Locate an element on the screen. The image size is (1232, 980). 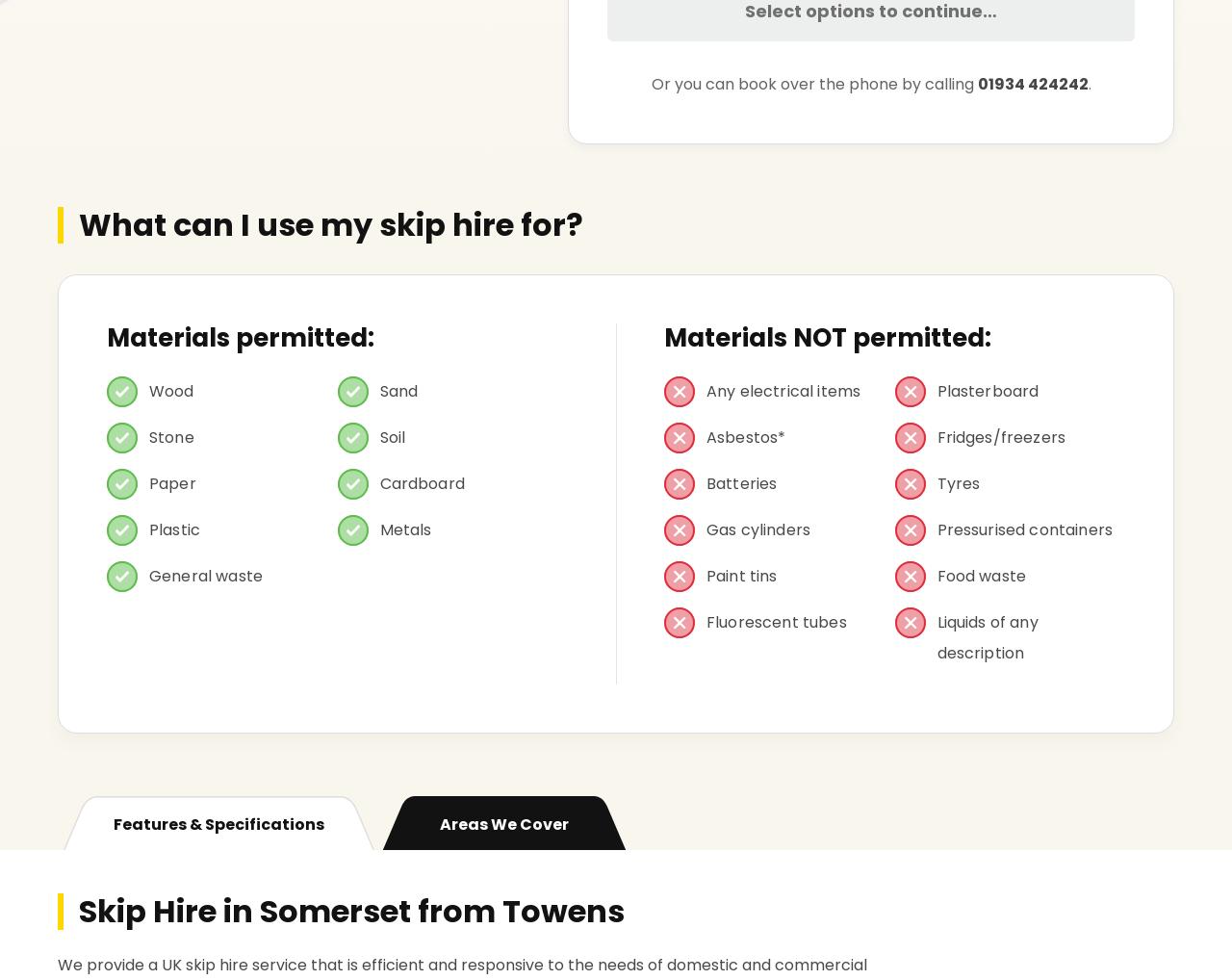
'Plasterboard' is located at coordinates (937, 391).